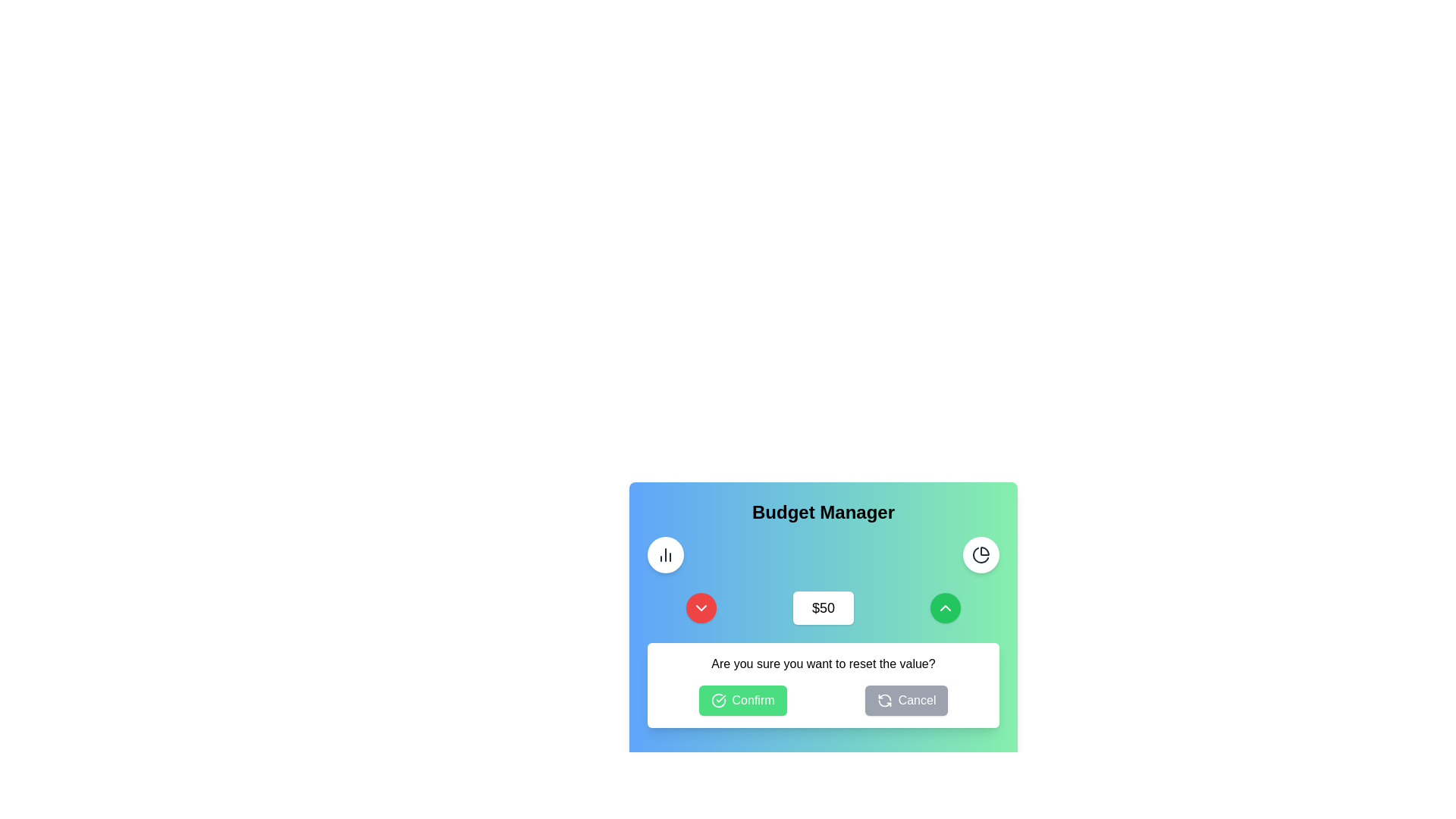 The height and width of the screenshot is (819, 1456). I want to click on the reset or cancel icon located inside the 'Cancel' button at the bottom right of the dialog box, so click(884, 701).